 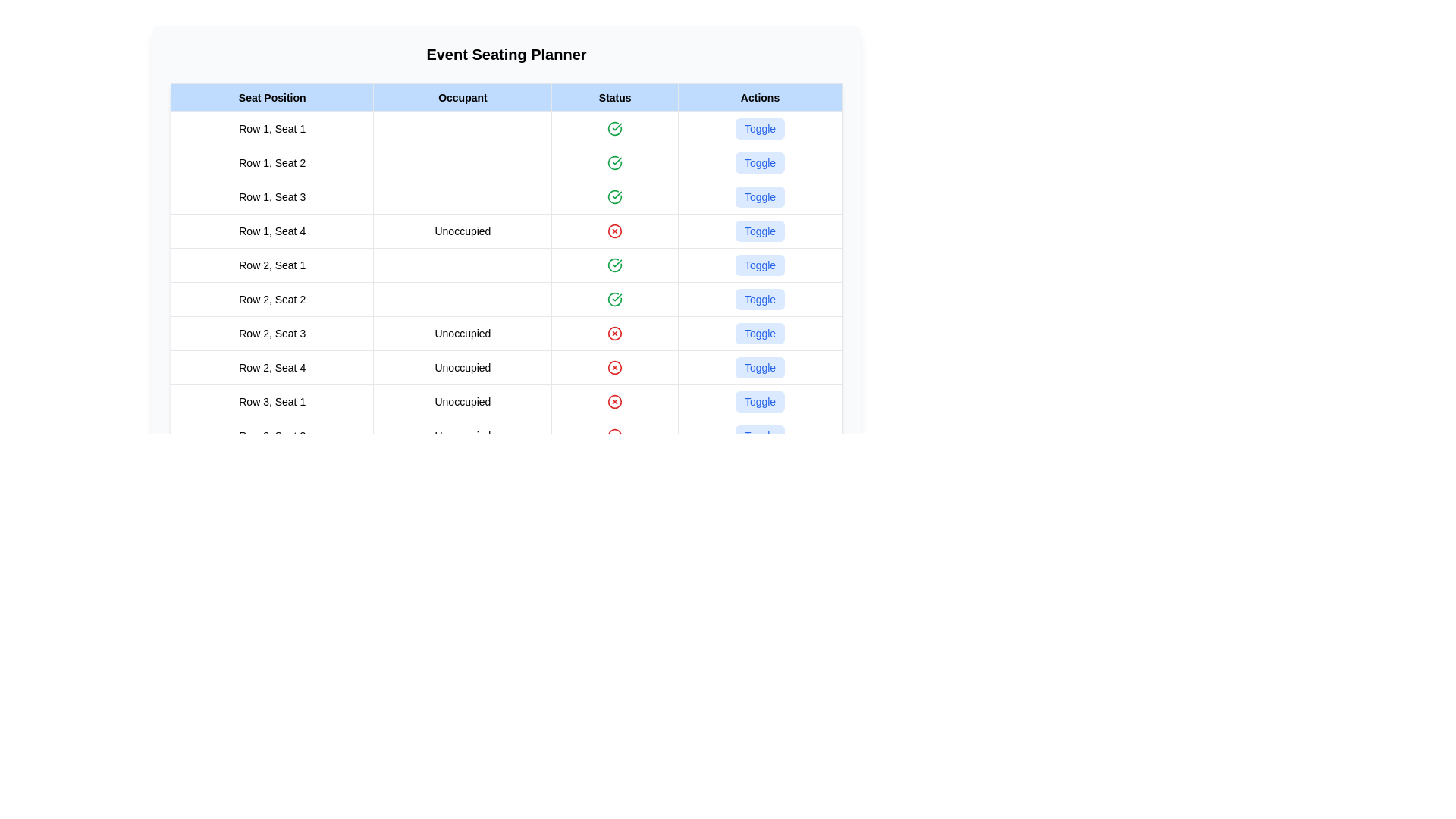 I want to click on the 'Toggle' button in the 'Actions' column of 'Row 3, Seat 1' to observe the background color change, so click(x=760, y=400).